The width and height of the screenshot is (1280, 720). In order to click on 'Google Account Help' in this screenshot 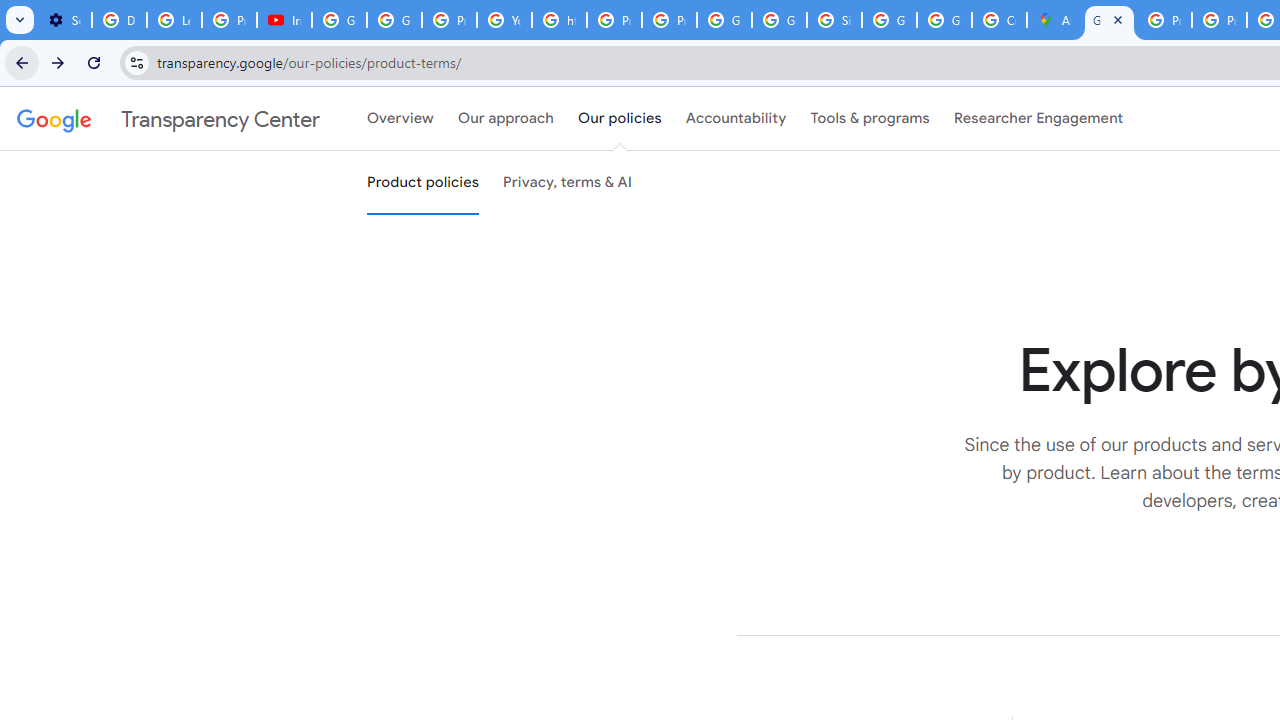, I will do `click(339, 20)`.